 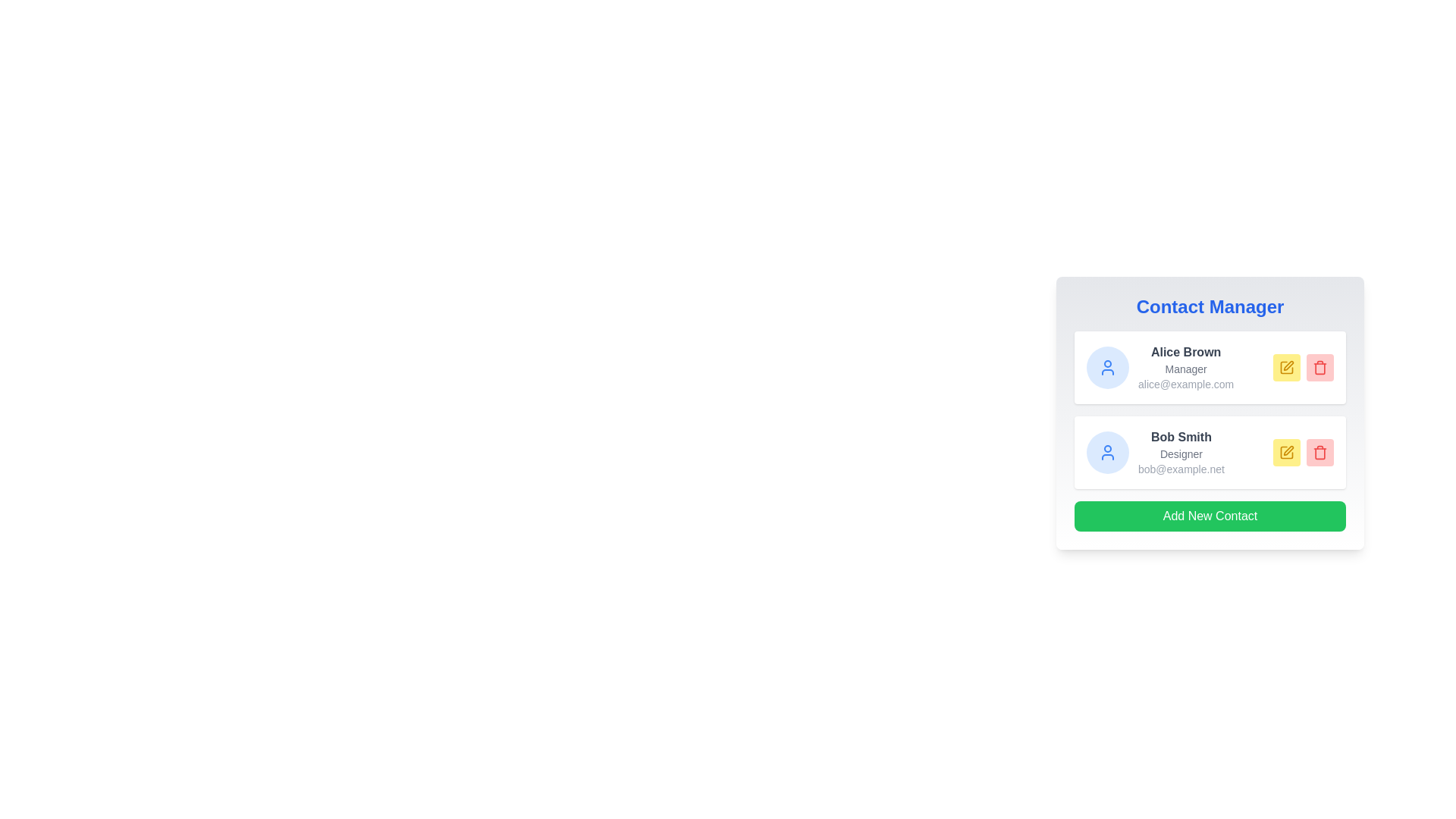 I want to click on the delete button for the Alice Brown contact, so click(x=1319, y=368).